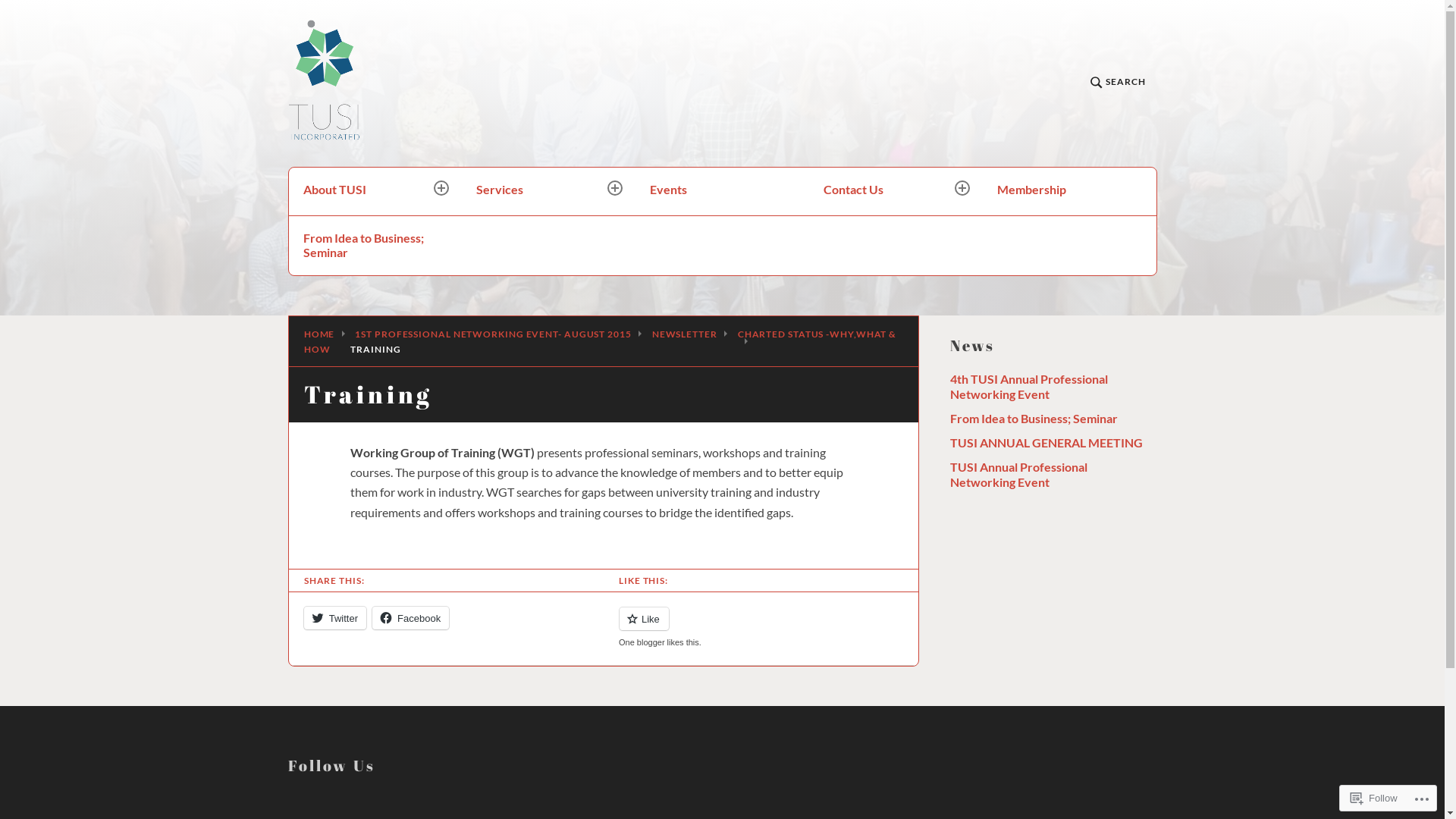  Describe the element at coordinates (1032, 418) in the screenshot. I see `'From Idea to Business; Seminar'` at that location.